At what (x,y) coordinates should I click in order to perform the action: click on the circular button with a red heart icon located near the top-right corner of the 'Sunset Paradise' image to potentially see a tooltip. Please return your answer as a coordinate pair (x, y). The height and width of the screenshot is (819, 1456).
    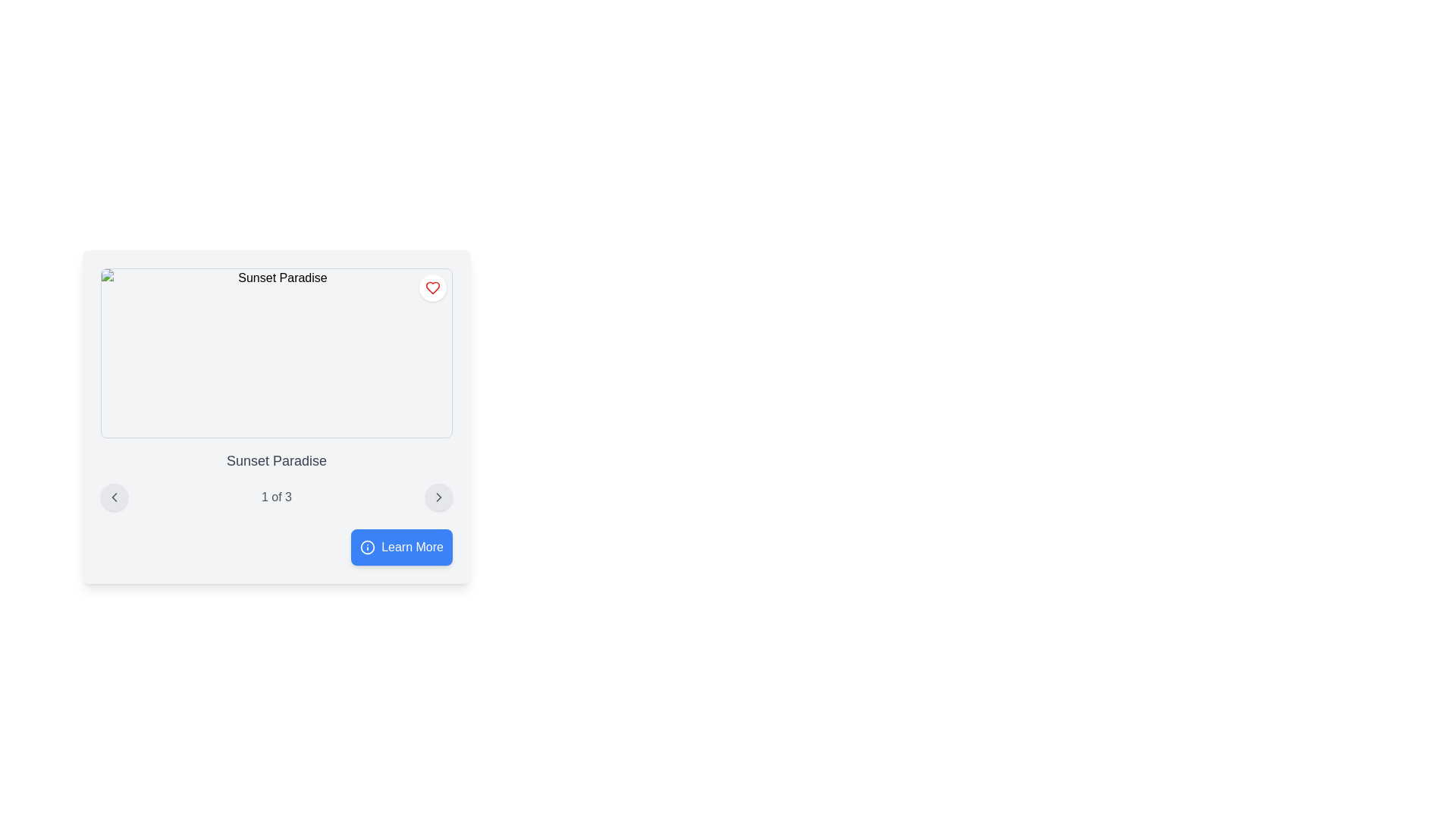
    Looking at the image, I should click on (432, 288).